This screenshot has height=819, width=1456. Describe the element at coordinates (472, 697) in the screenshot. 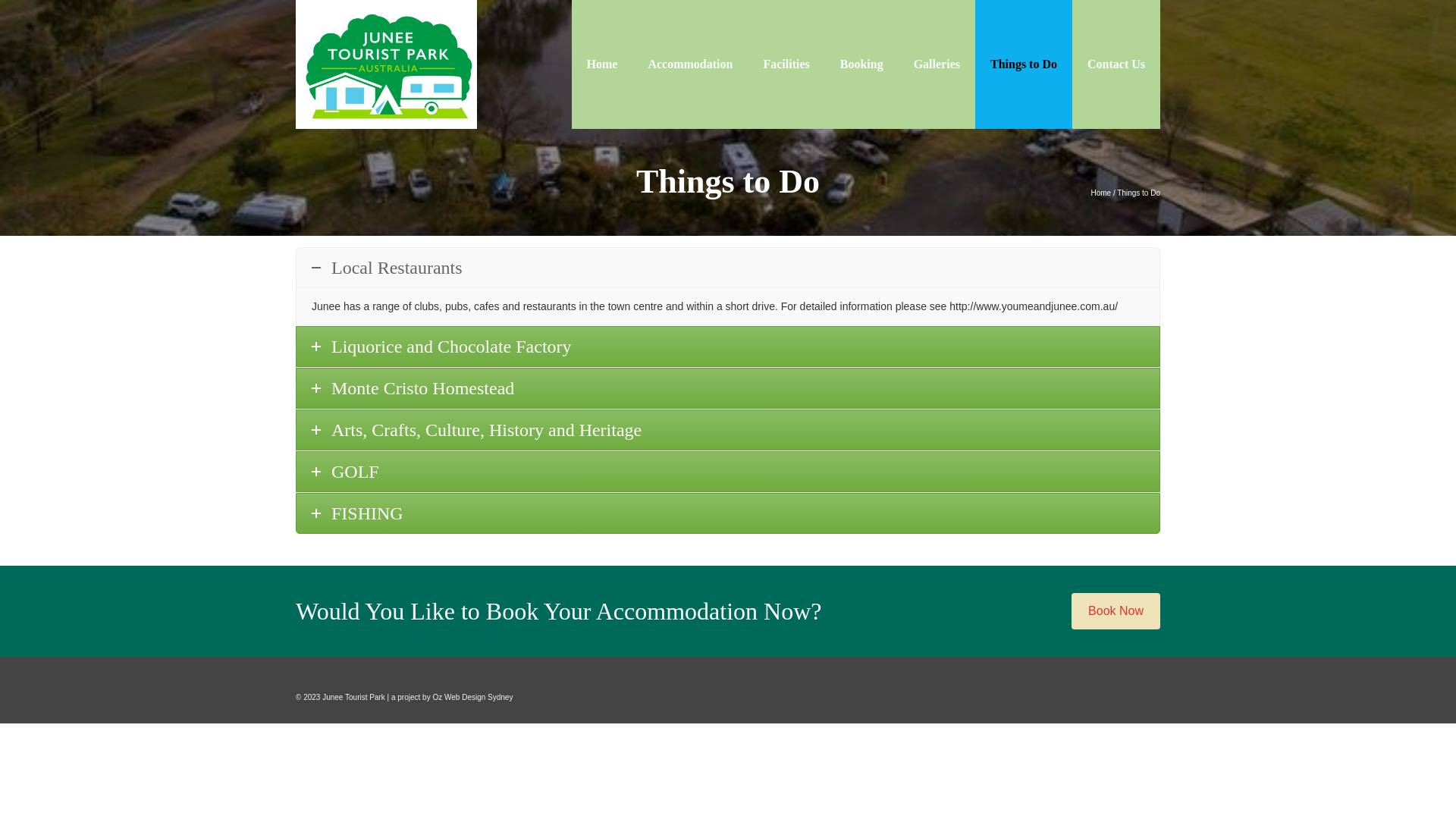

I see `'Oz Web Design Sydney'` at that location.